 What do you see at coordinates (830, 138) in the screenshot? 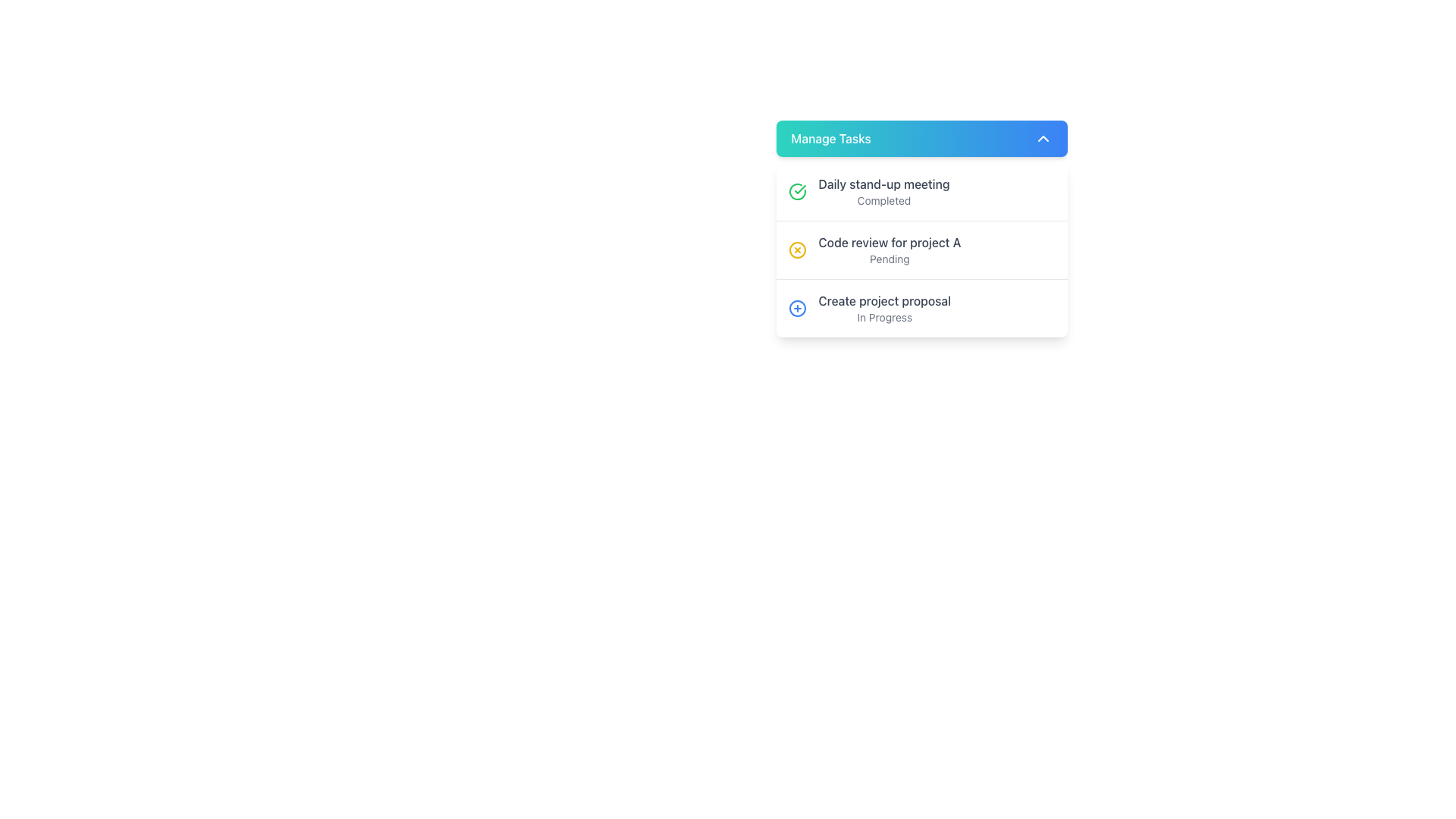
I see `the text label indicating the action associated with the task management button, located at the top-left section of the gradient button` at bounding box center [830, 138].